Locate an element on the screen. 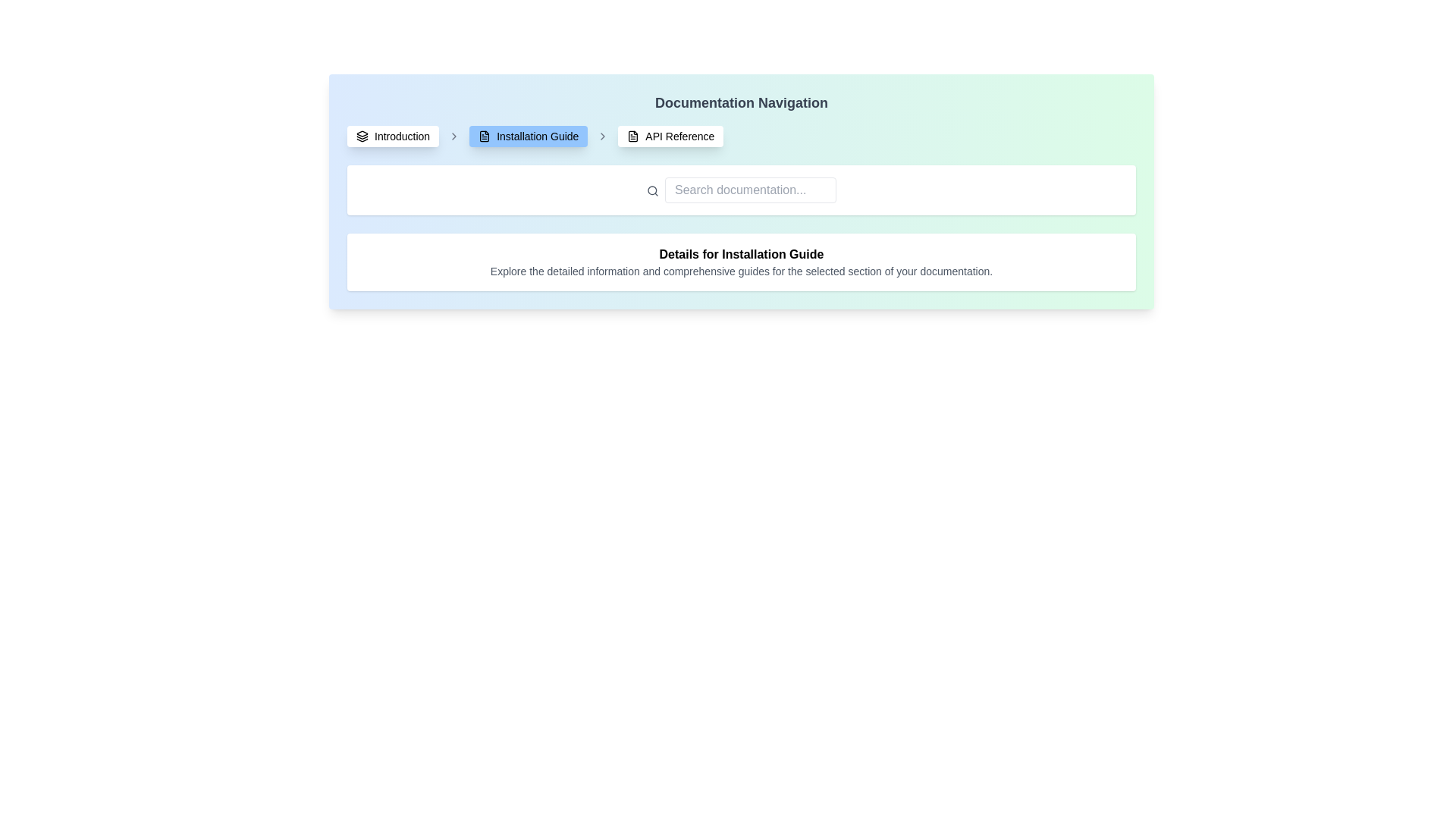 The width and height of the screenshot is (1456, 819). the 'Introduction' button located in the upper-left segment of the navigation bar is located at coordinates (393, 136).